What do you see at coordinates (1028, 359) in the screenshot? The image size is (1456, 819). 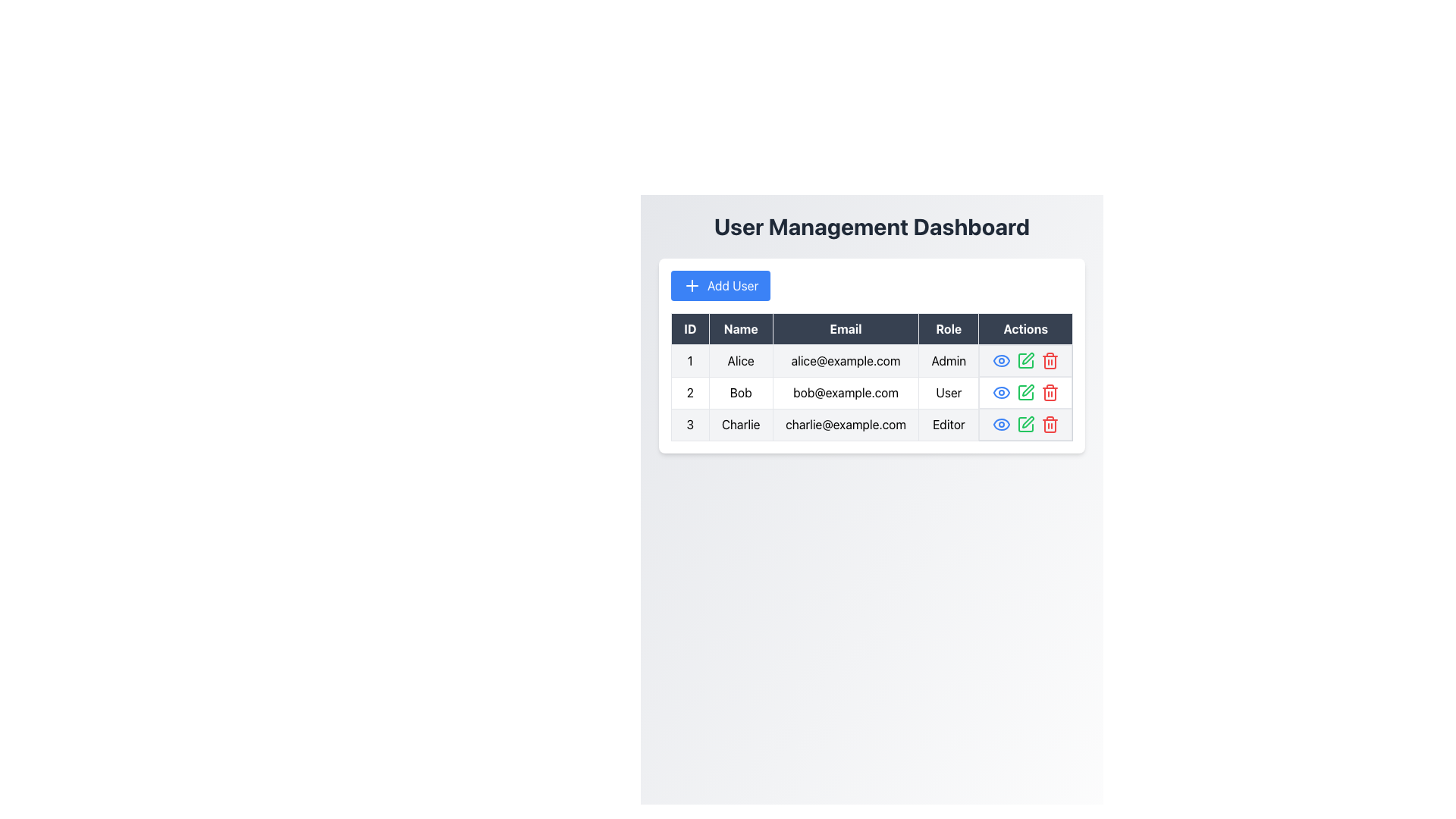 I see `the edit button/icon located in the 'Actions' column for the user 'Bob' to initiate an edit action` at bounding box center [1028, 359].